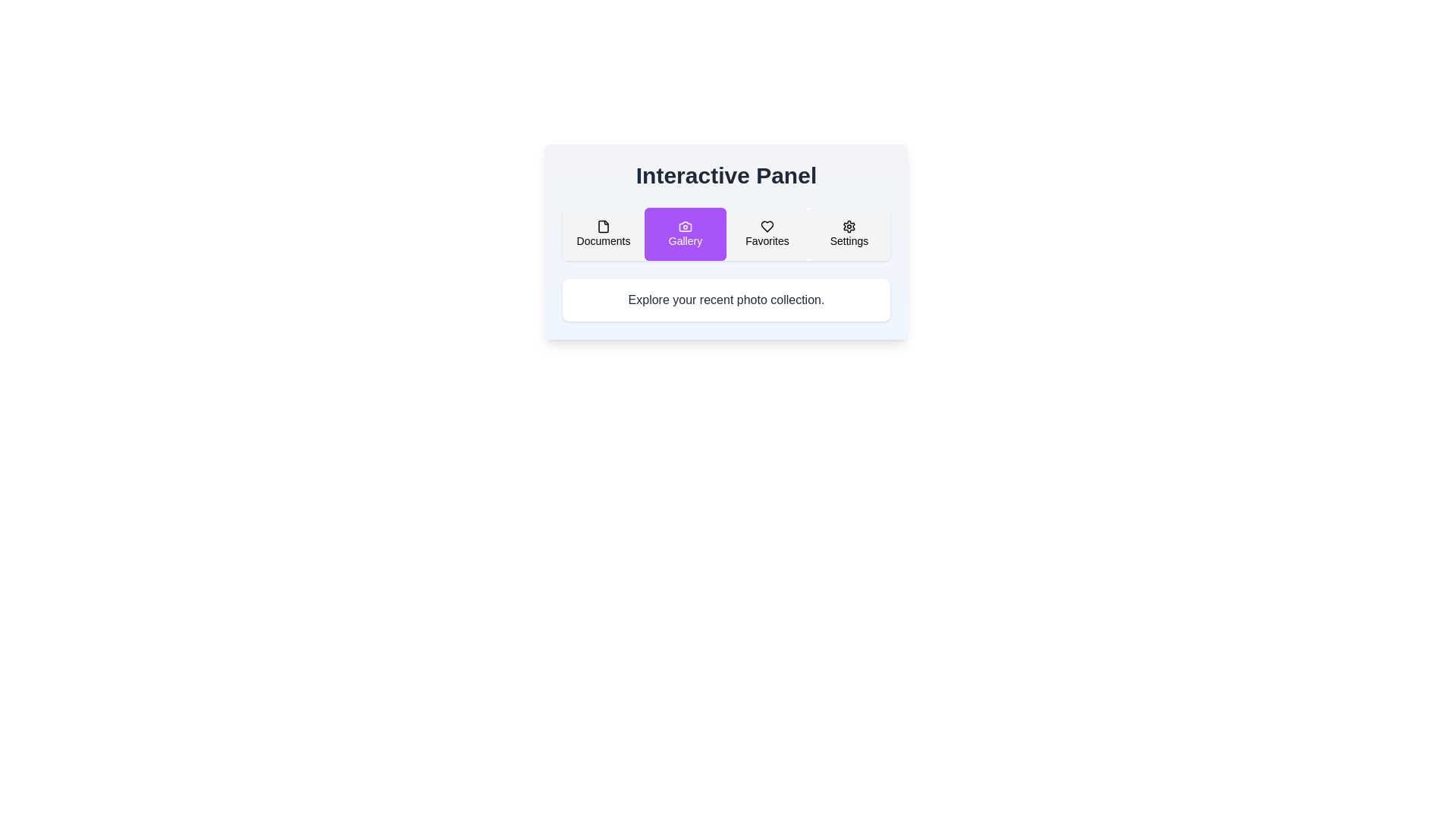 This screenshot has height=819, width=1456. Describe the element at coordinates (726, 300) in the screenshot. I see `the static text block that contains the message 'Explore your recent photo collection.' which is styled with a white background and centered black text within a visually distinct panel` at that location.